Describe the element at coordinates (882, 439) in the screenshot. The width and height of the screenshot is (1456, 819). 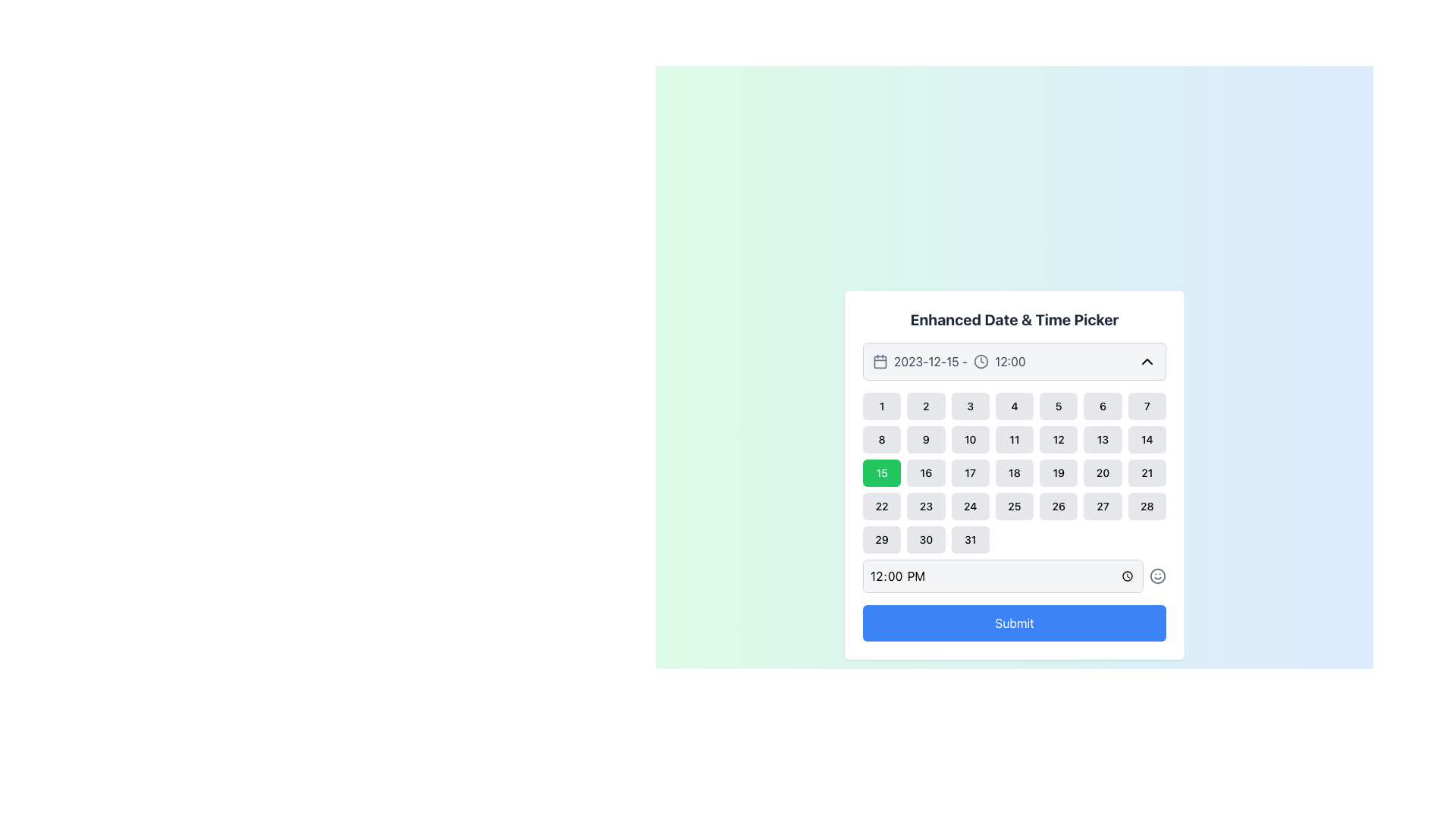
I see `the button labeled '8' in the date-picker interface` at that location.